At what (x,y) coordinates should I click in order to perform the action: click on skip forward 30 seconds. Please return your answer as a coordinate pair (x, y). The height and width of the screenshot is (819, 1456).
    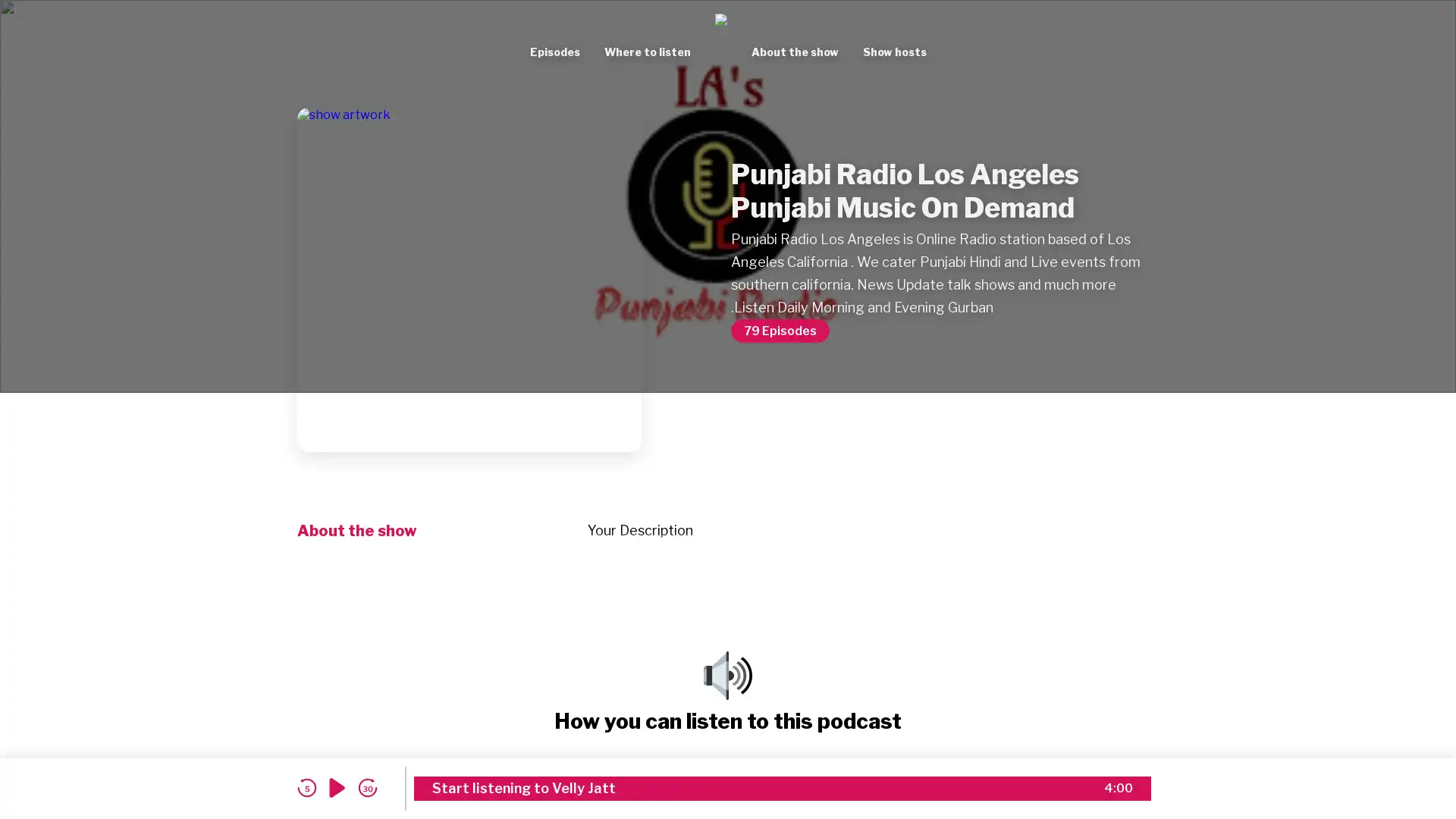
    Looking at the image, I should click on (367, 787).